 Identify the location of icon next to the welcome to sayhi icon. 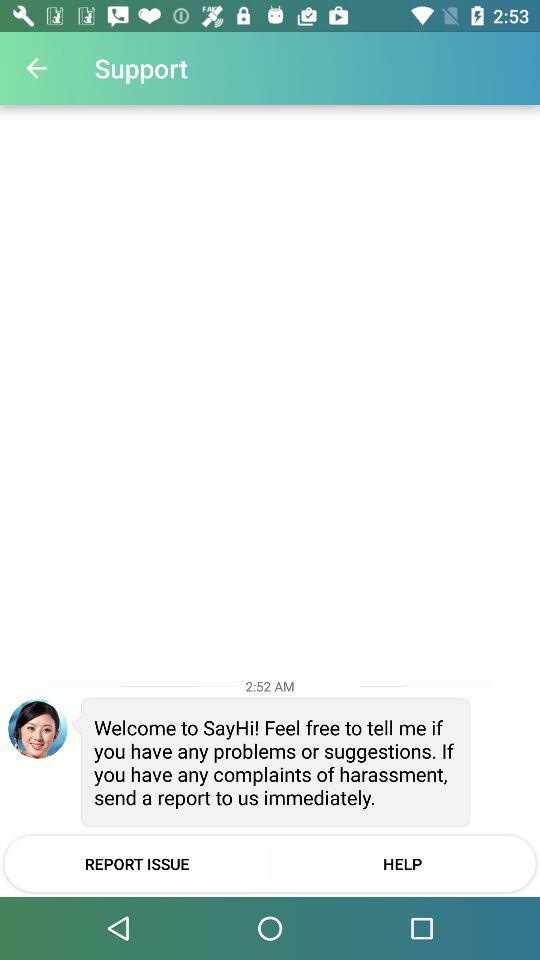
(37, 728).